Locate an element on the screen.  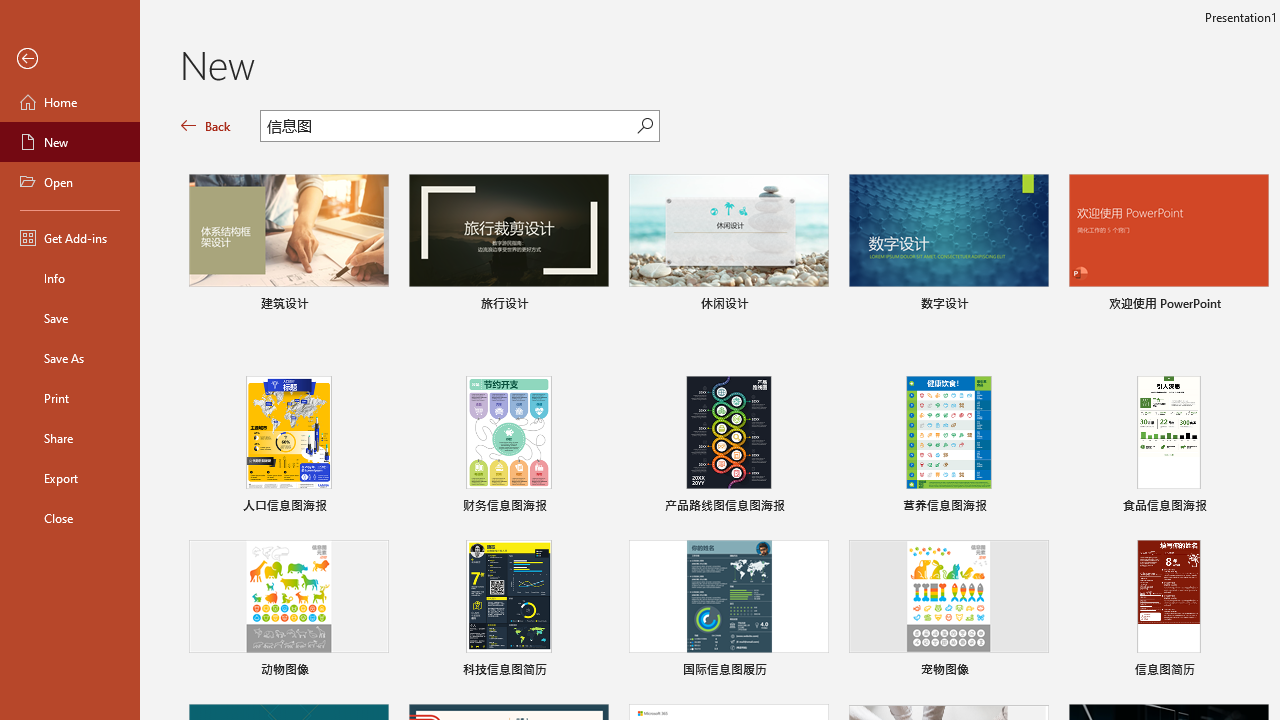
'Start searching' is located at coordinates (645, 125).